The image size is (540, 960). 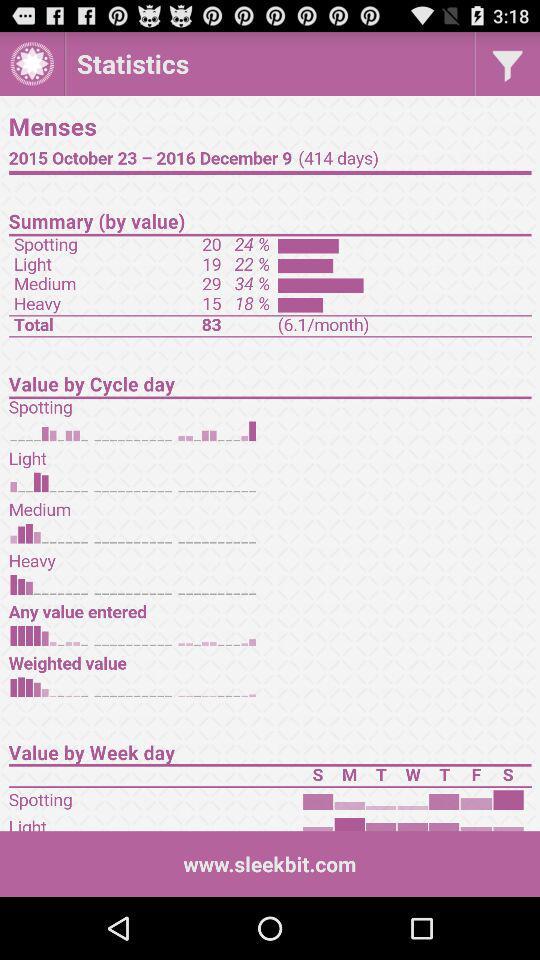 I want to click on the settings icon, so click(x=31, y=68).